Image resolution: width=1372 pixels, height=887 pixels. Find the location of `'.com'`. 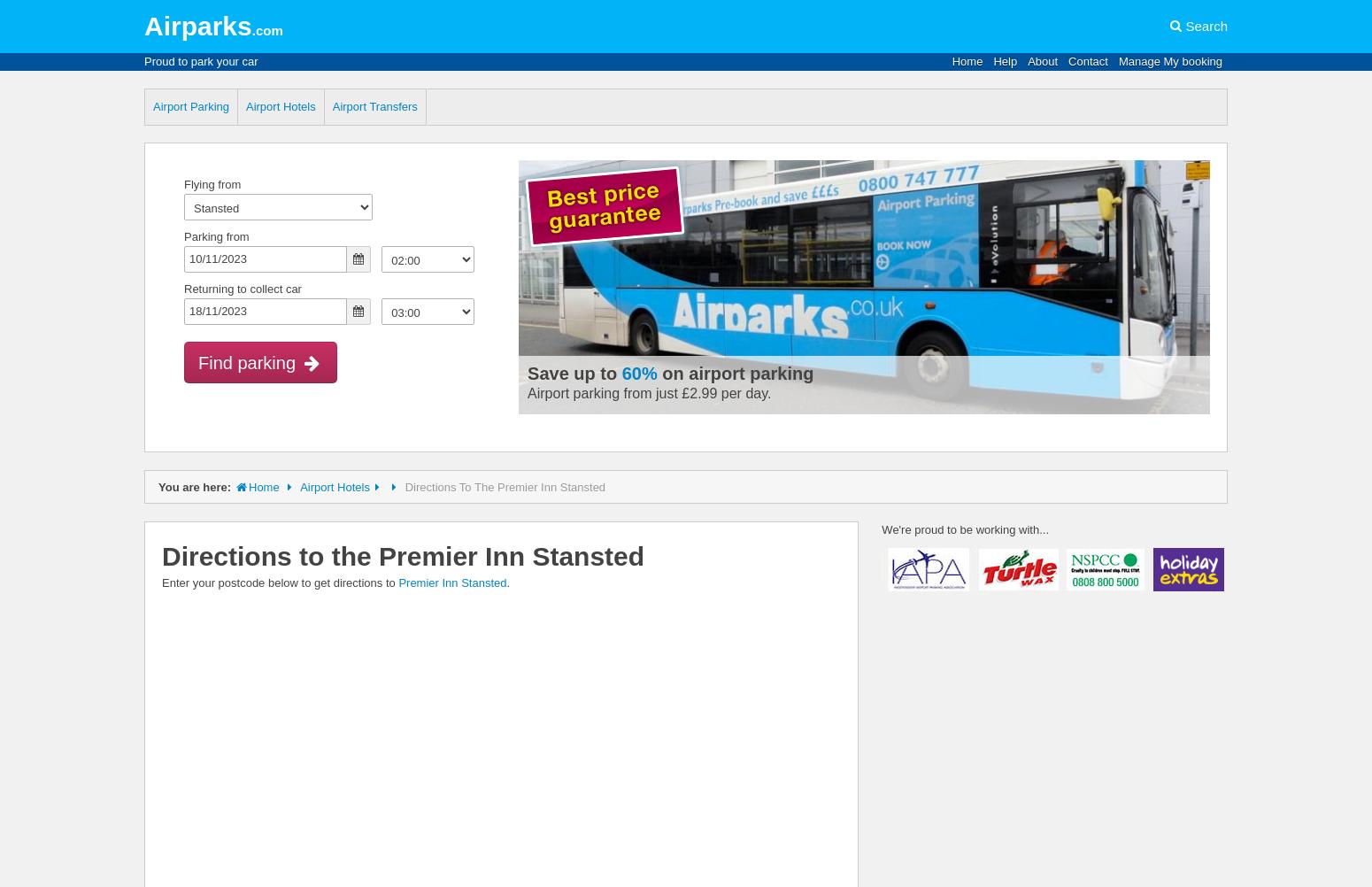

'.com' is located at coordinates (251, 30).